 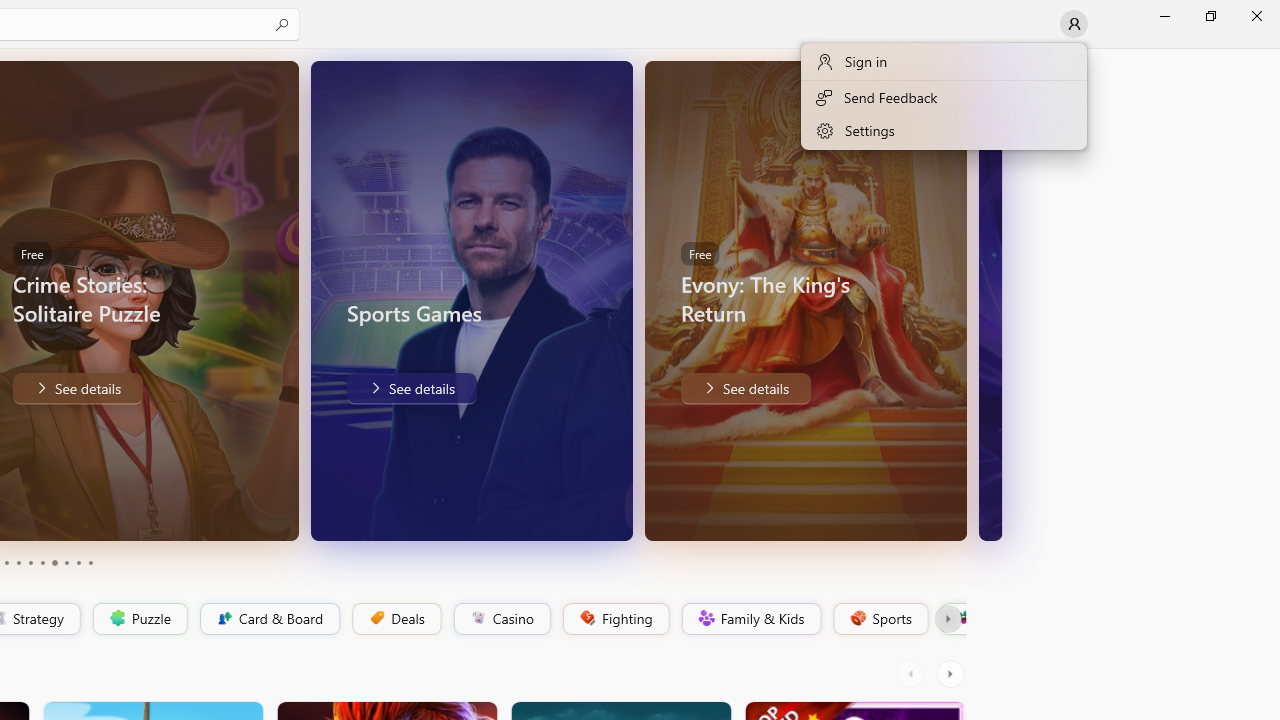 I want to click on 'Family & Kids', so click(x=749, y=618).